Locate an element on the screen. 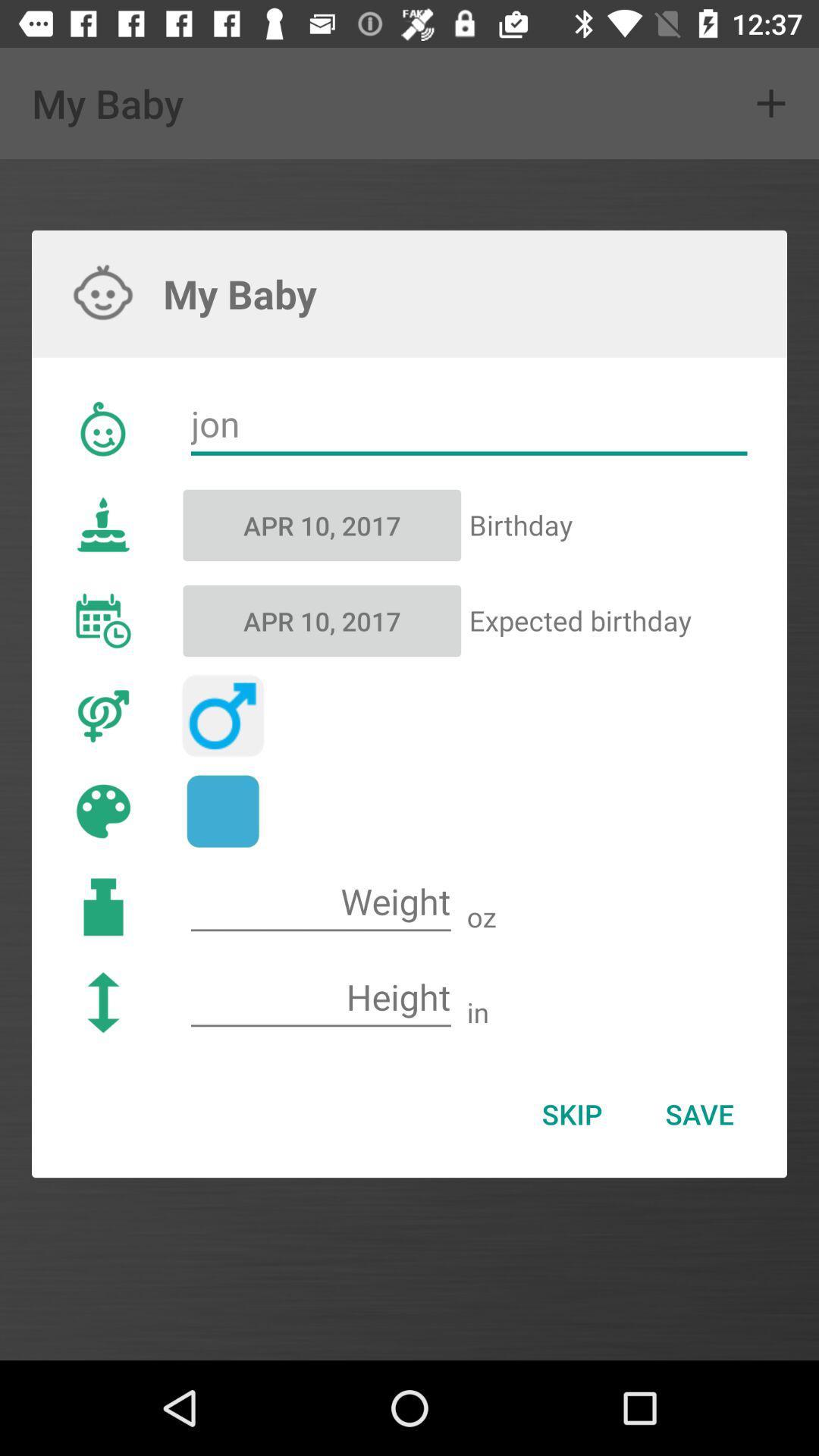 This screenshot has width=819, height=1456. item below the my baby is located at coordinates (468, 425).